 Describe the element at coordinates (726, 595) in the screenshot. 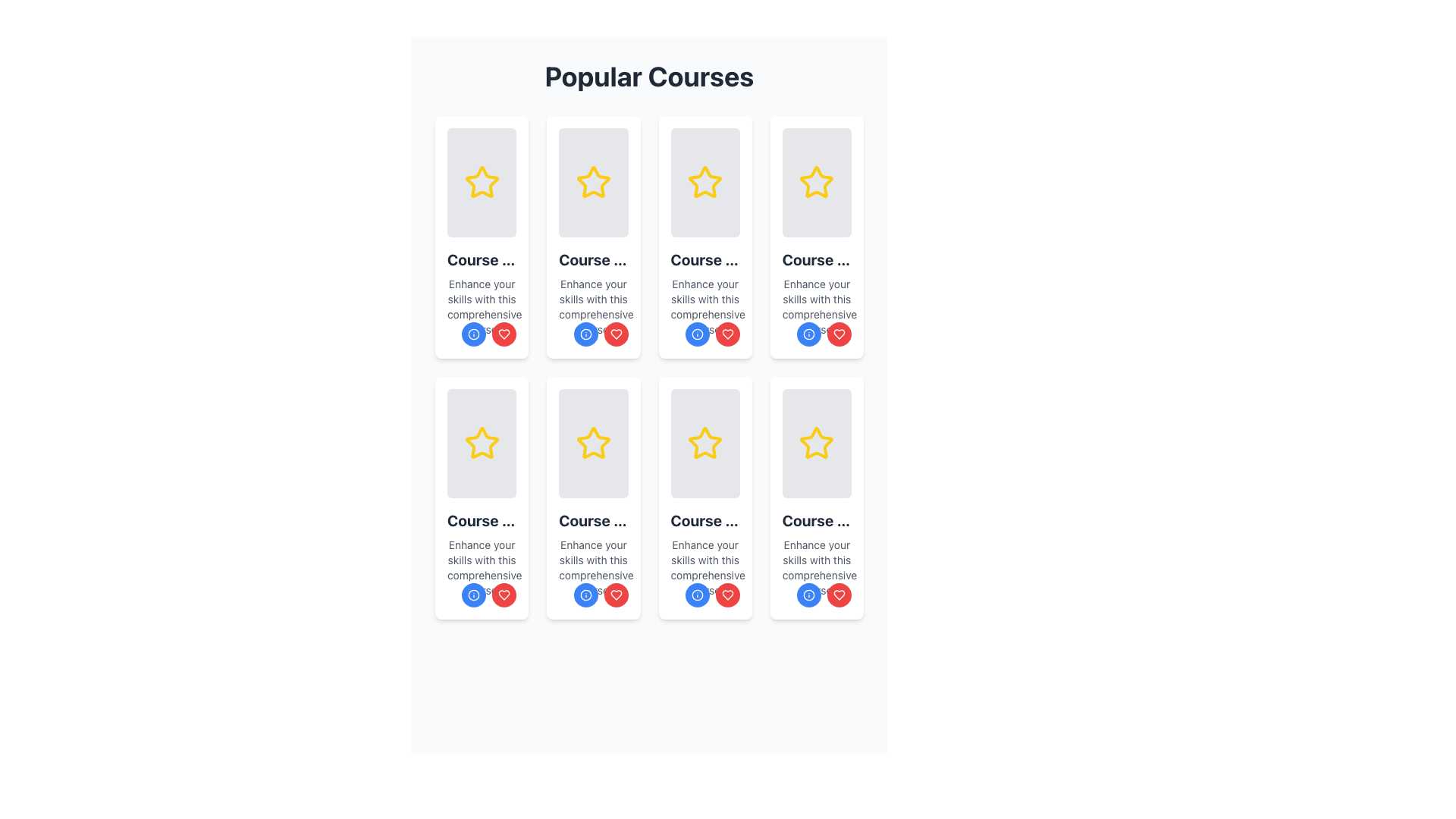

I see `the heart icon button located in the bottom-right of the course card to mark the item as favorite or unfavorite` at that location.